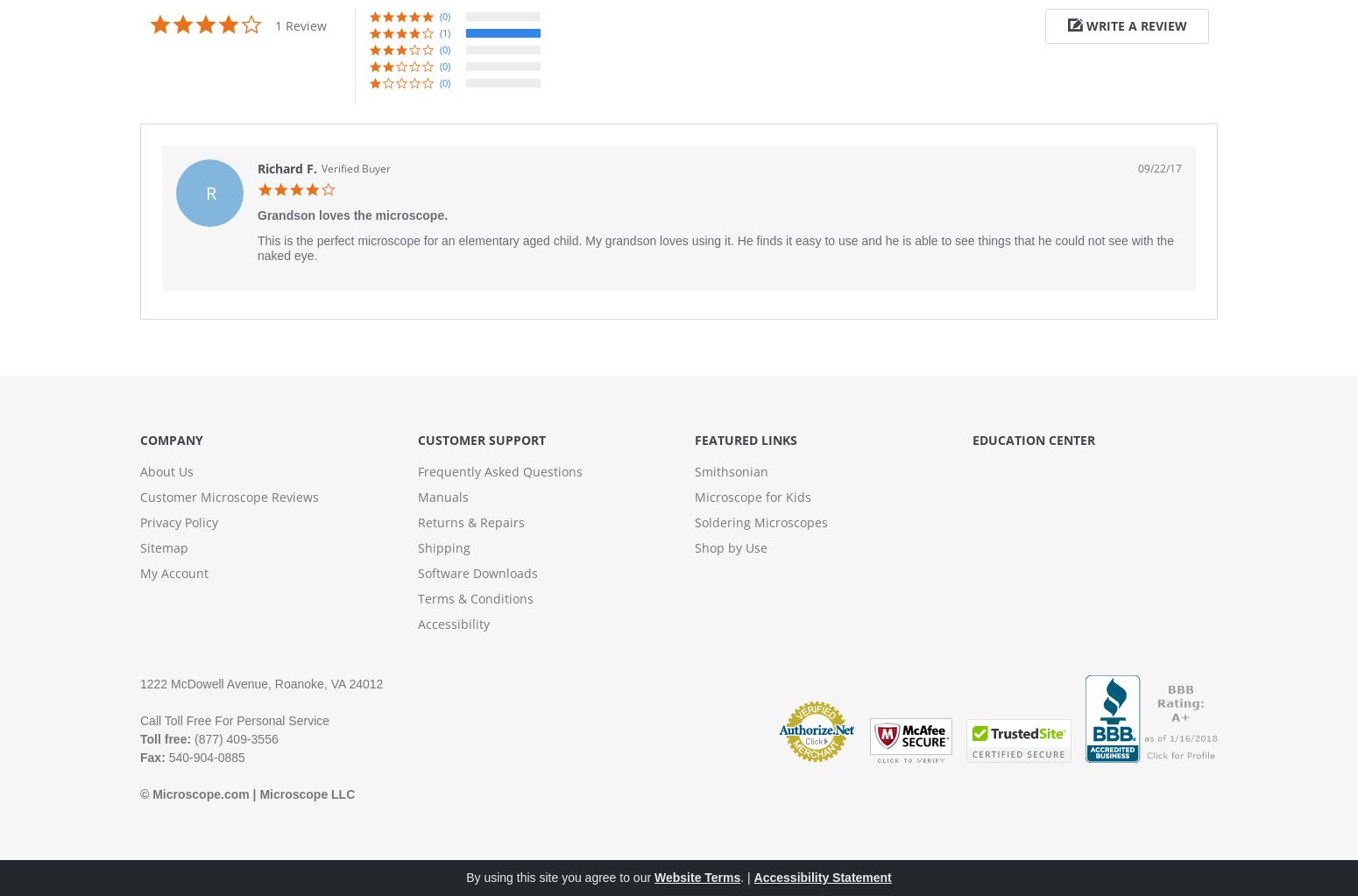 This screenshot has height=896, width=1358. What do you see at coordinates (760, 521) in the screenshot?
I see `'Soldering Microscopes'` at bounding box center [760, 521].